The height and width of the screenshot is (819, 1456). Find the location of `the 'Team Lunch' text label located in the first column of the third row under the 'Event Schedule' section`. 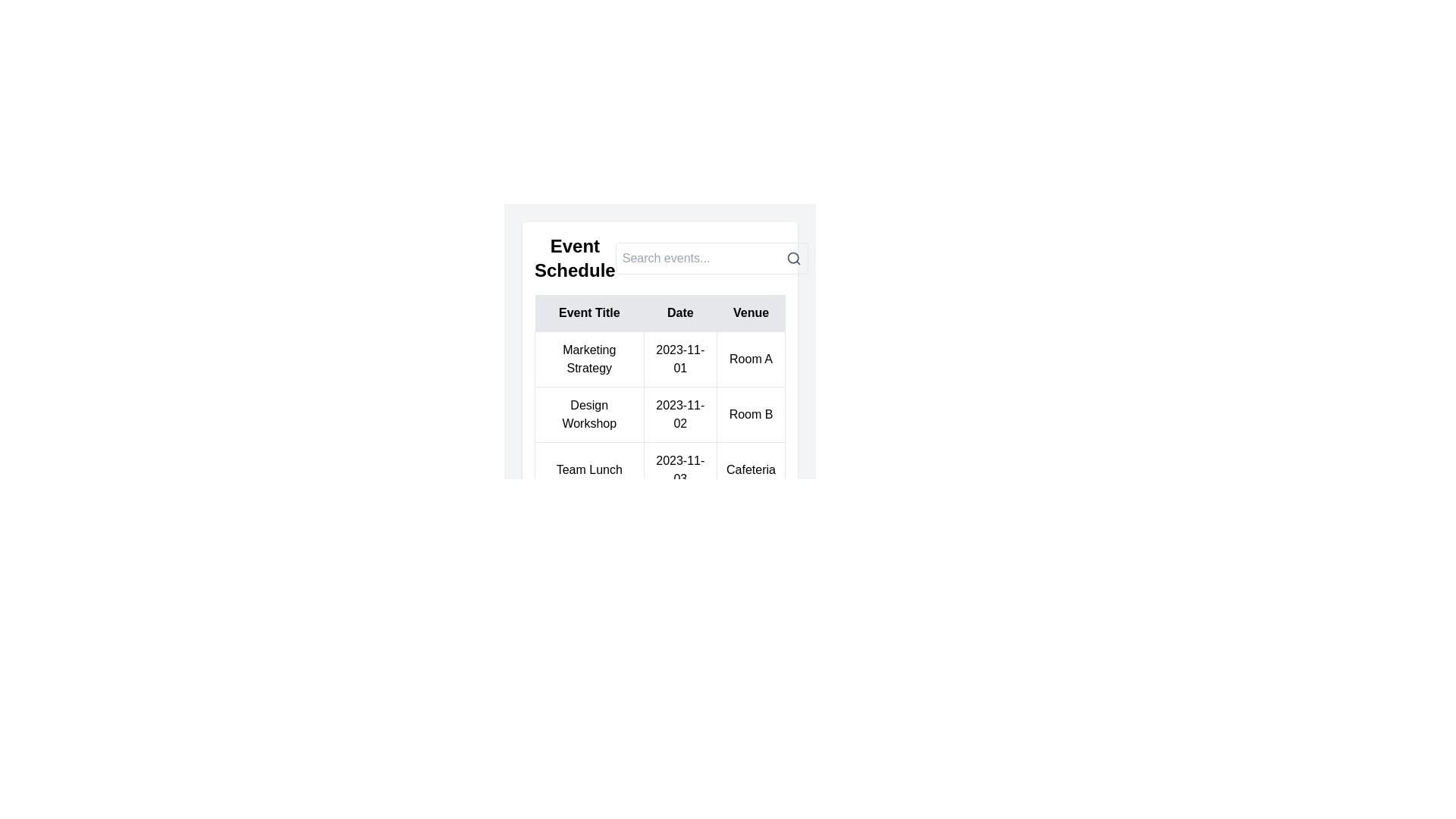

the 'Team Lunch' text label located in the first column of the third row under the 'Event Schedule' section is located at coordinates (588, 469).